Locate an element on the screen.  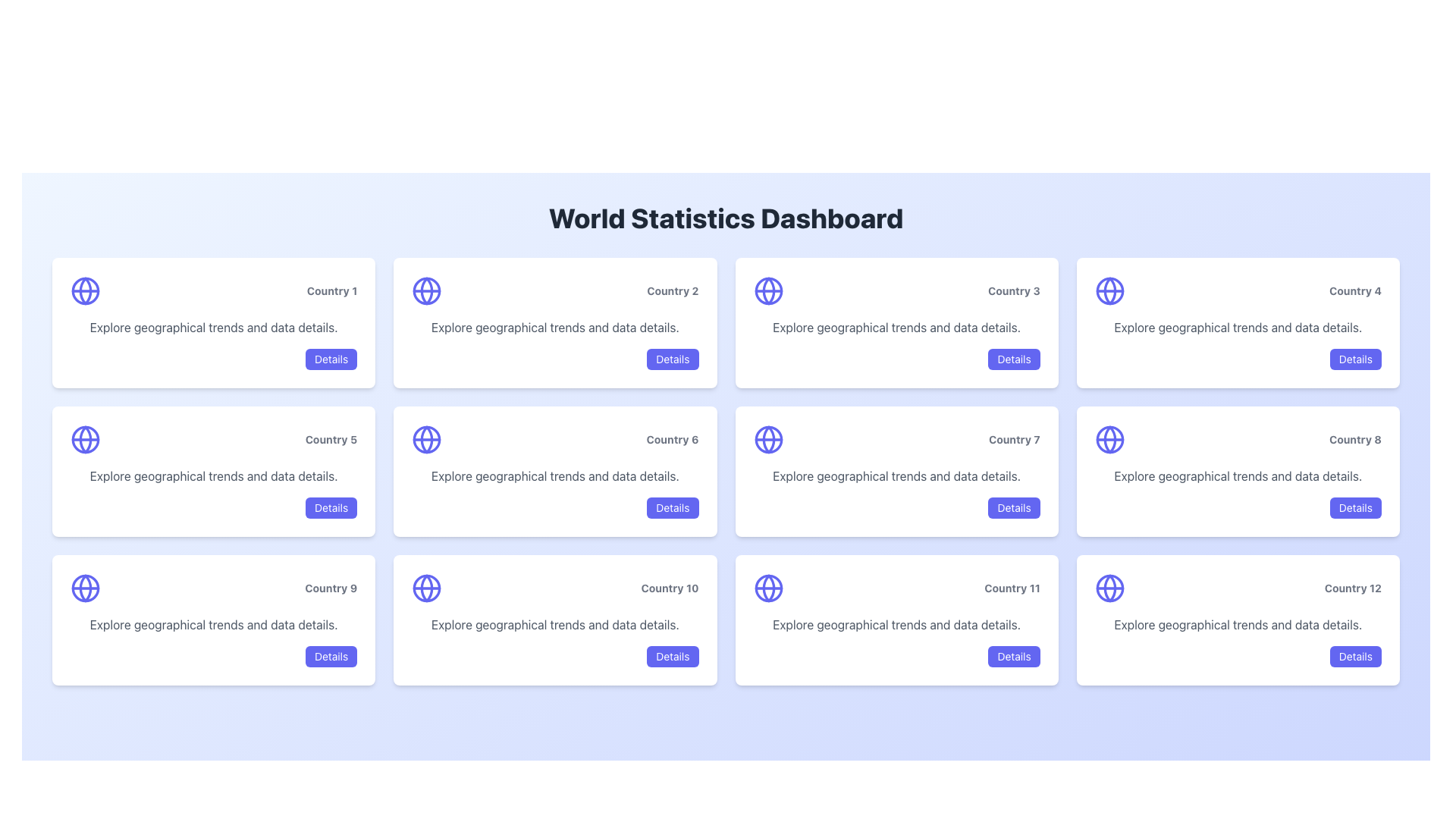
the title element 'Country 6' in the card that identifies the represented topic, located in the second row and third column of the grid layout is located at coordinates (554, 439).